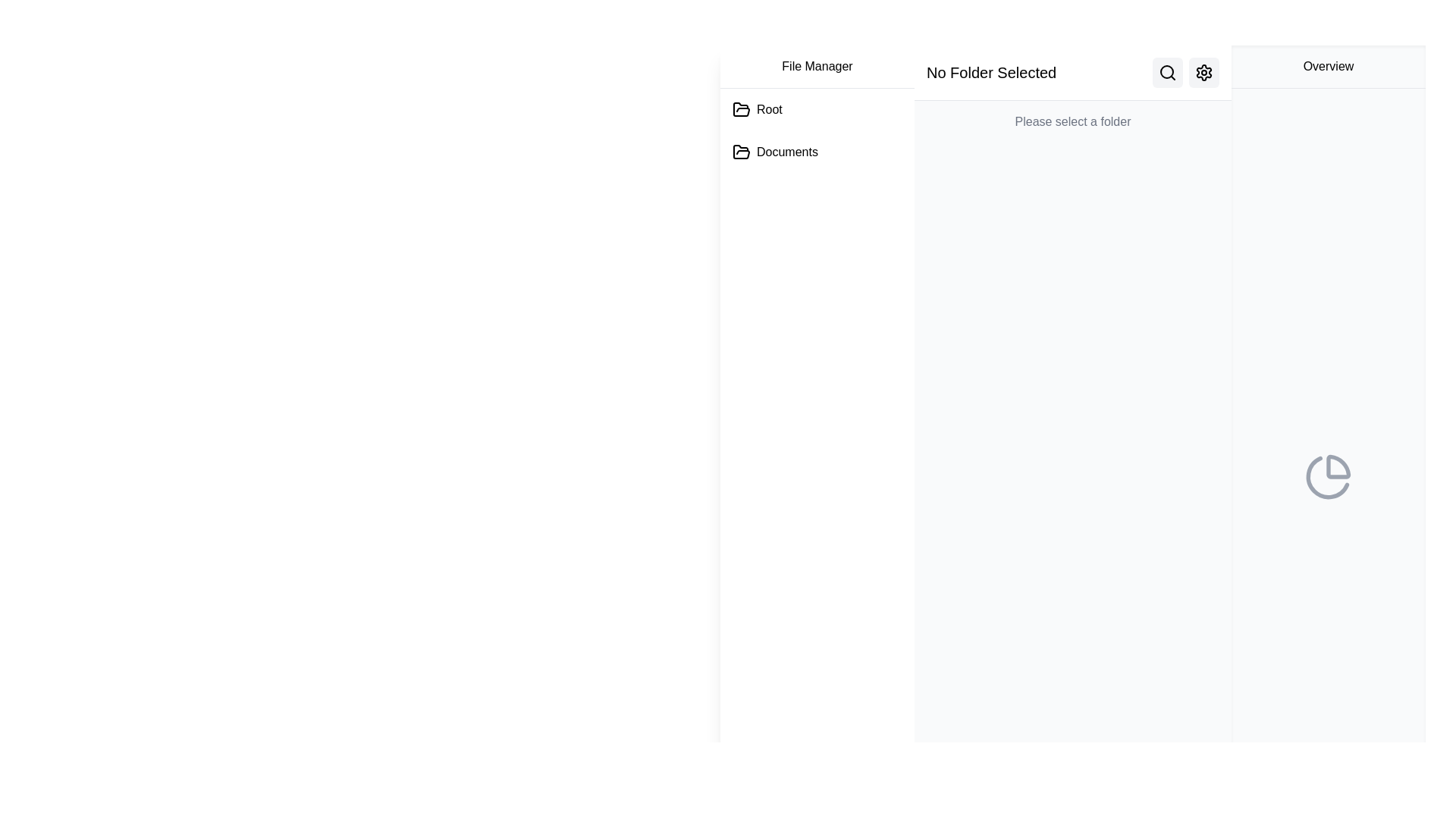 This screenshot has width=1456, height=819. I want to click on the static instructional text guiding the user to select a folder, located under the 'No Folder Selected' label, so click(1072, 121).